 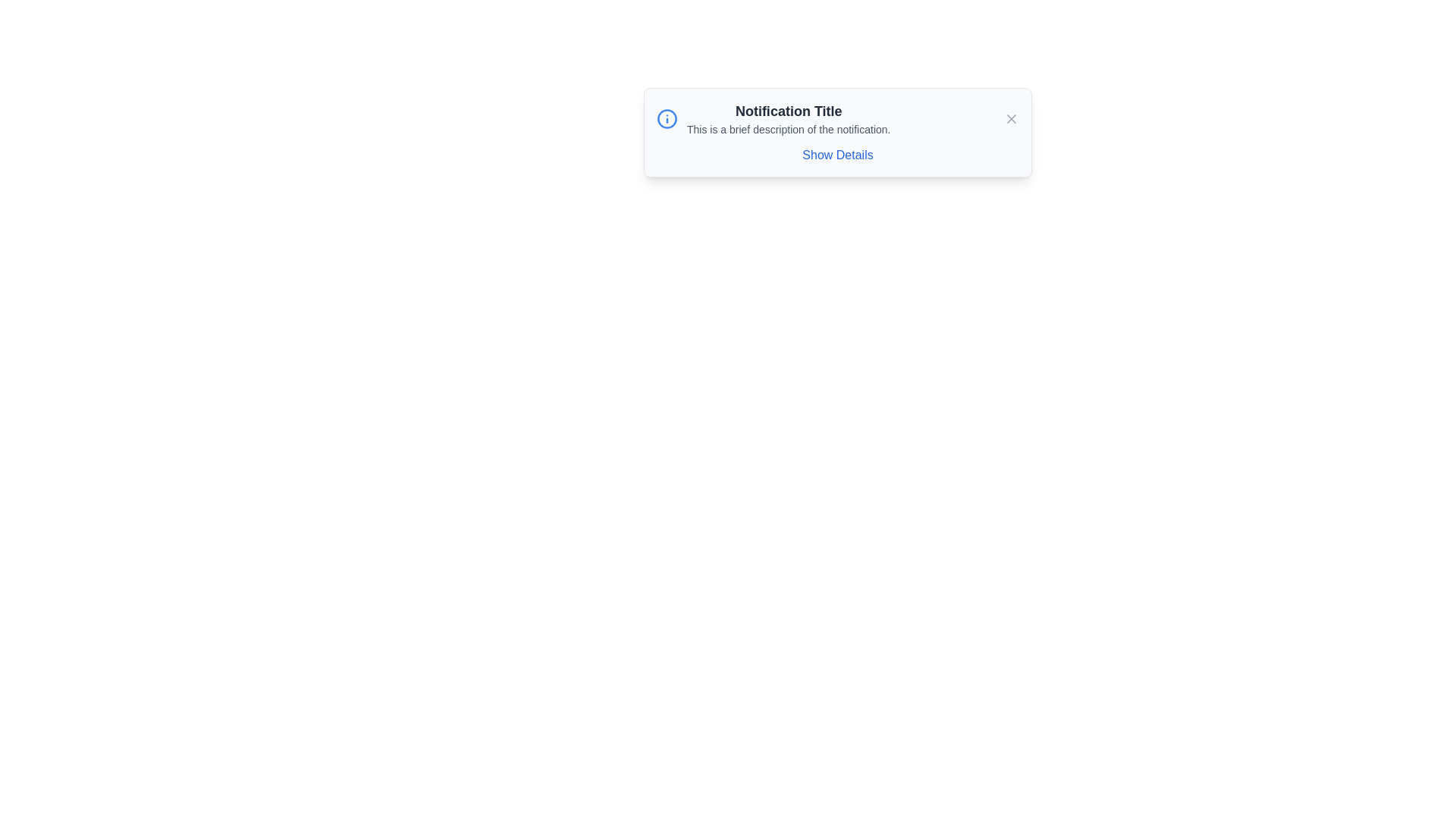 I want to click on the informational icon located to the left of the 'Notification Title' in the notification component, so click(x=667, y=118).